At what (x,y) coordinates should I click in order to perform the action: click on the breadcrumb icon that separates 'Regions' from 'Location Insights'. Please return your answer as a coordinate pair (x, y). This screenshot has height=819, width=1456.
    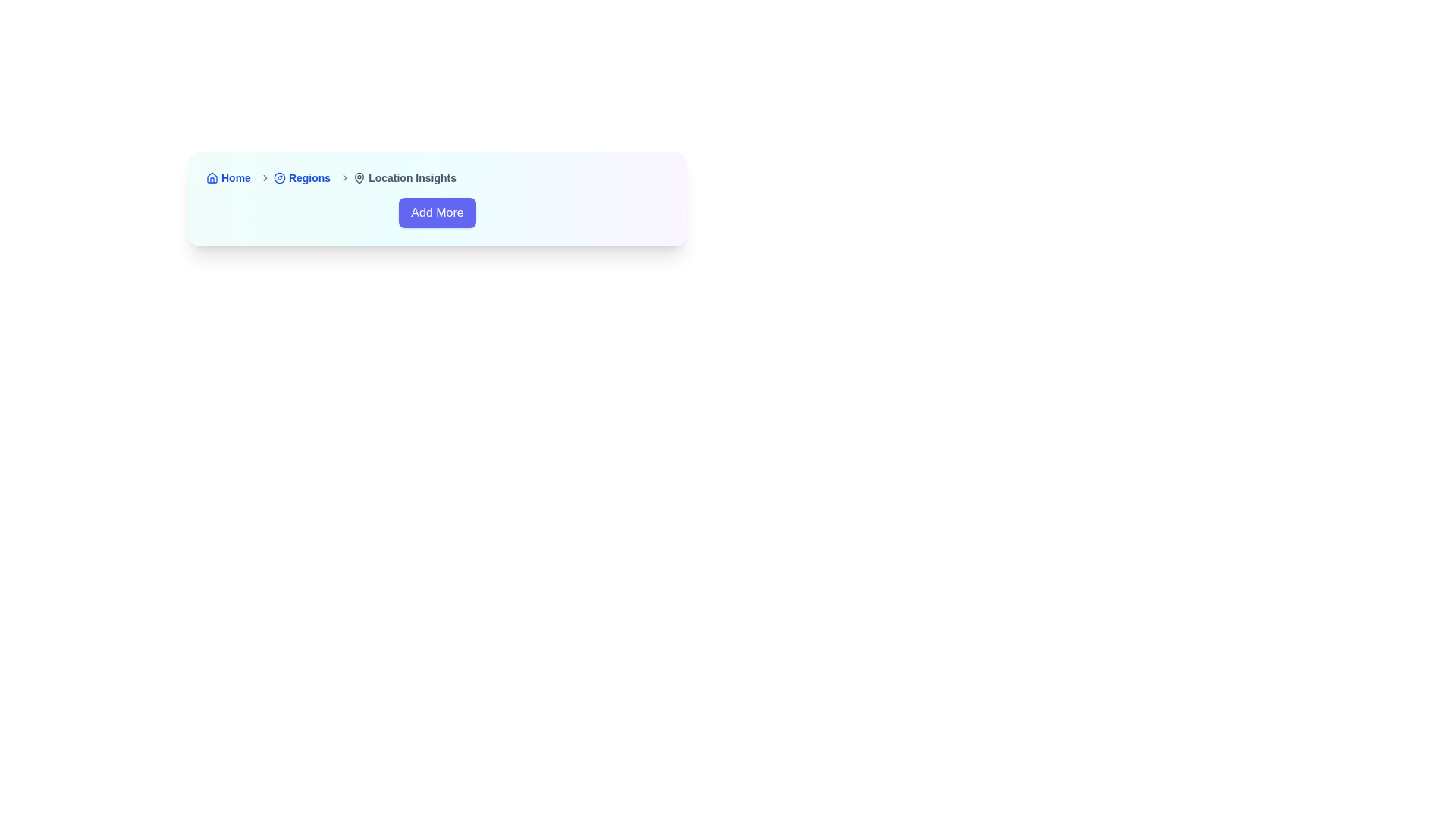
    Looking at the image, I should click on (344, 177).